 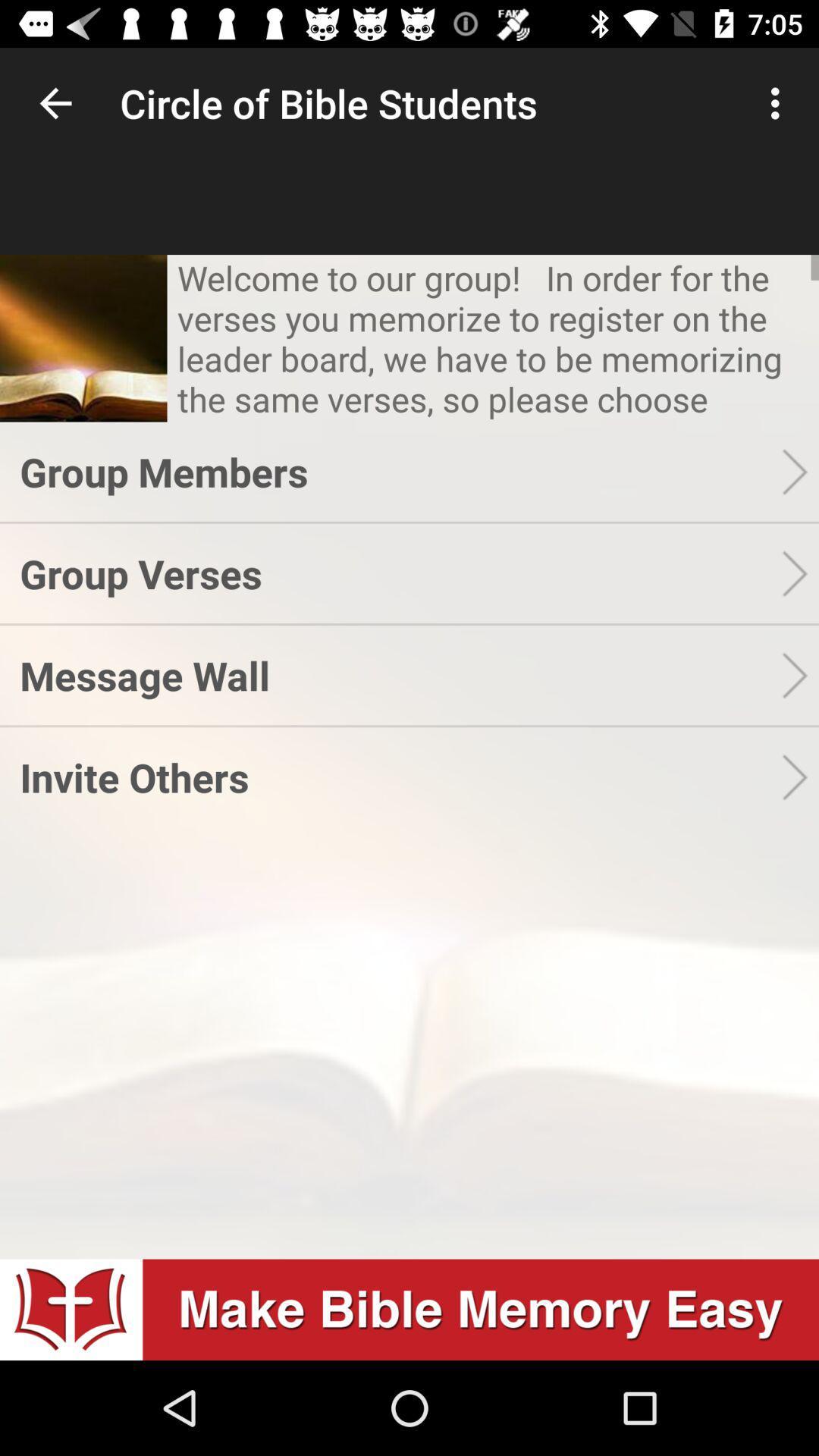 What do you see at coordinates (400, 777) in the screenshot?
I see `the invite others icon` at bounding box center [400, 777].